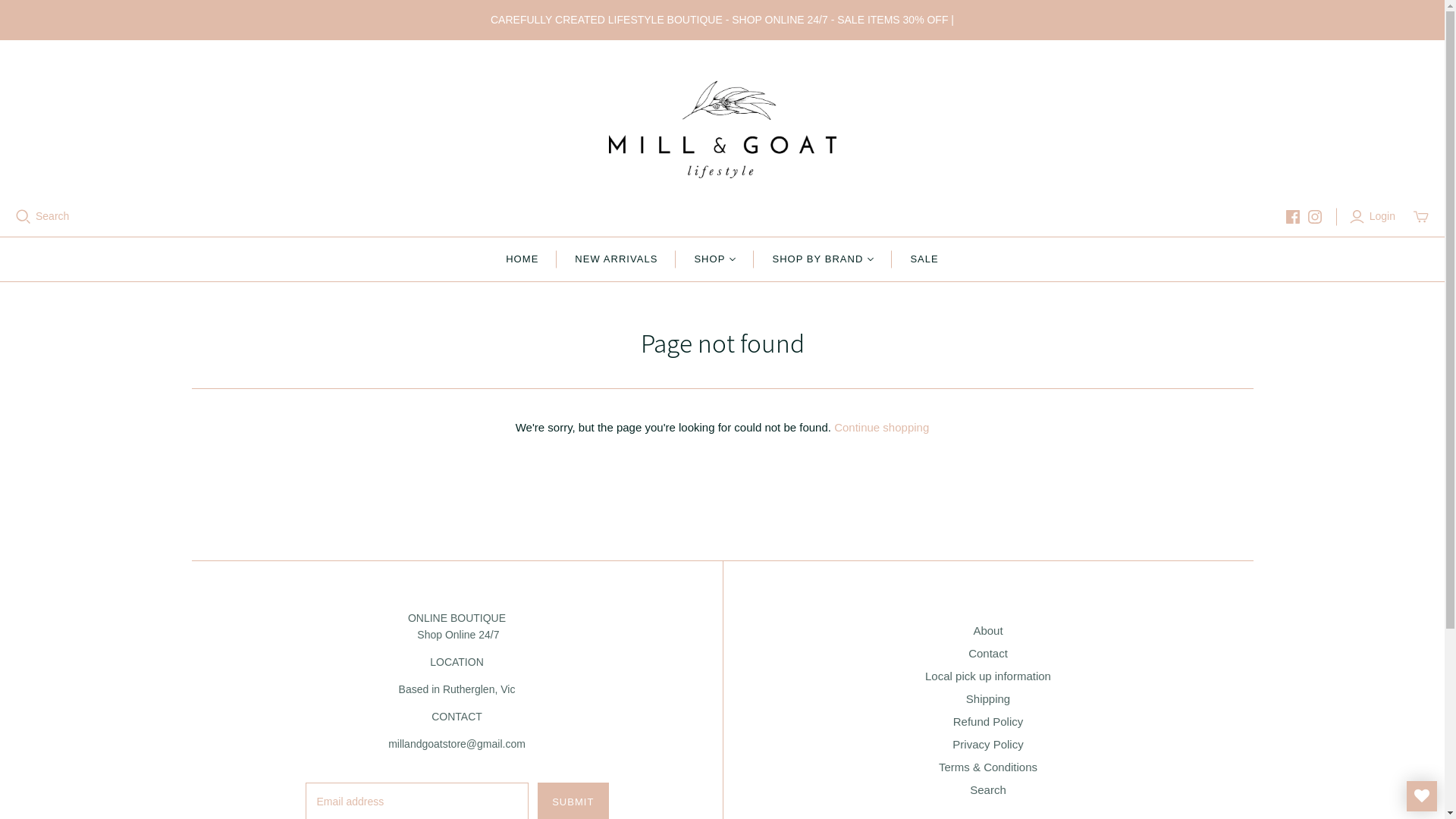  What do you see at coordinates (987, 698) in the screenshot?
I see `'Shipping'` at bounding box center [987, 698].